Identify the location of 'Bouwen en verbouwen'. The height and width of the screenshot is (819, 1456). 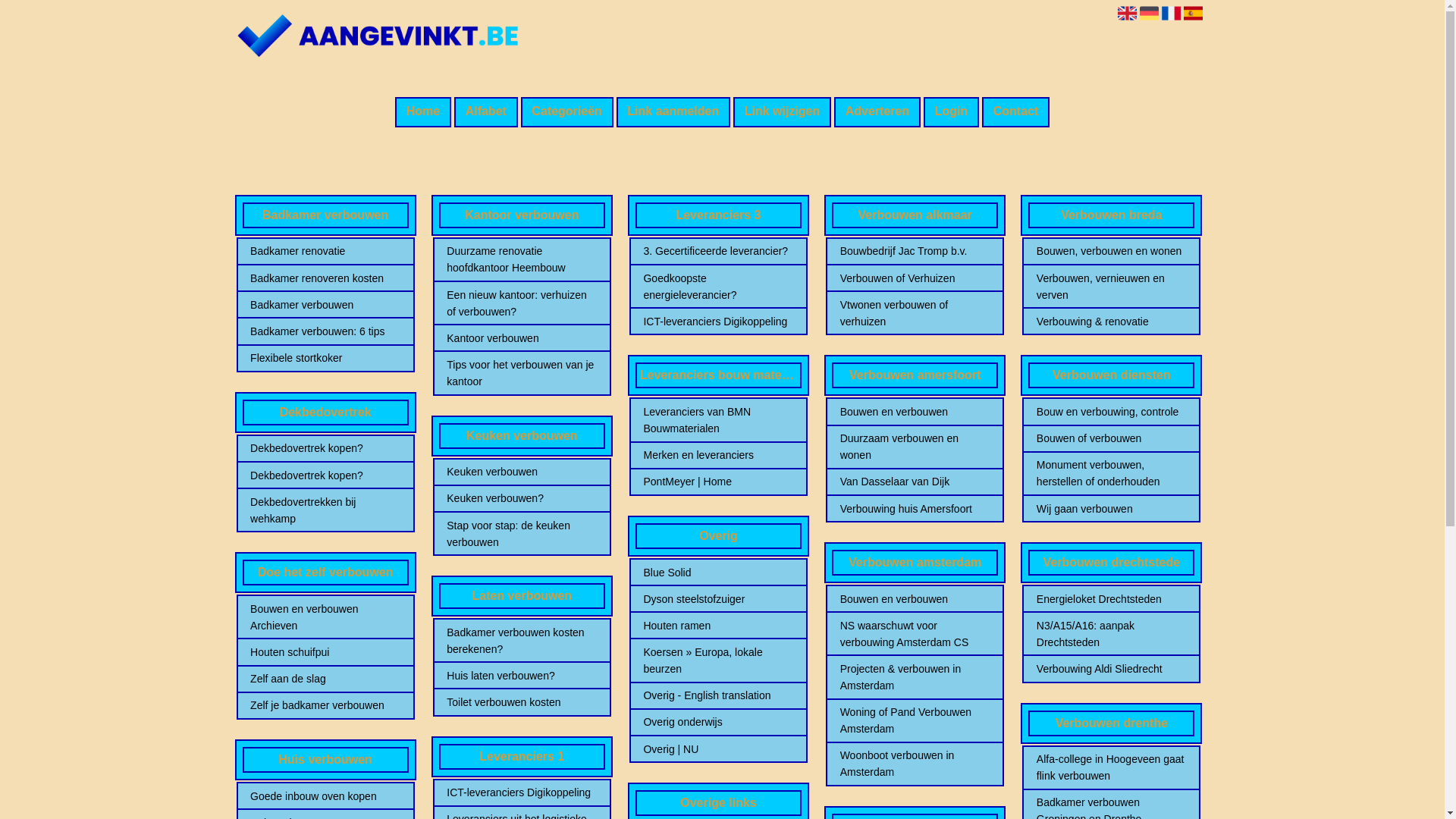
(914, 412).